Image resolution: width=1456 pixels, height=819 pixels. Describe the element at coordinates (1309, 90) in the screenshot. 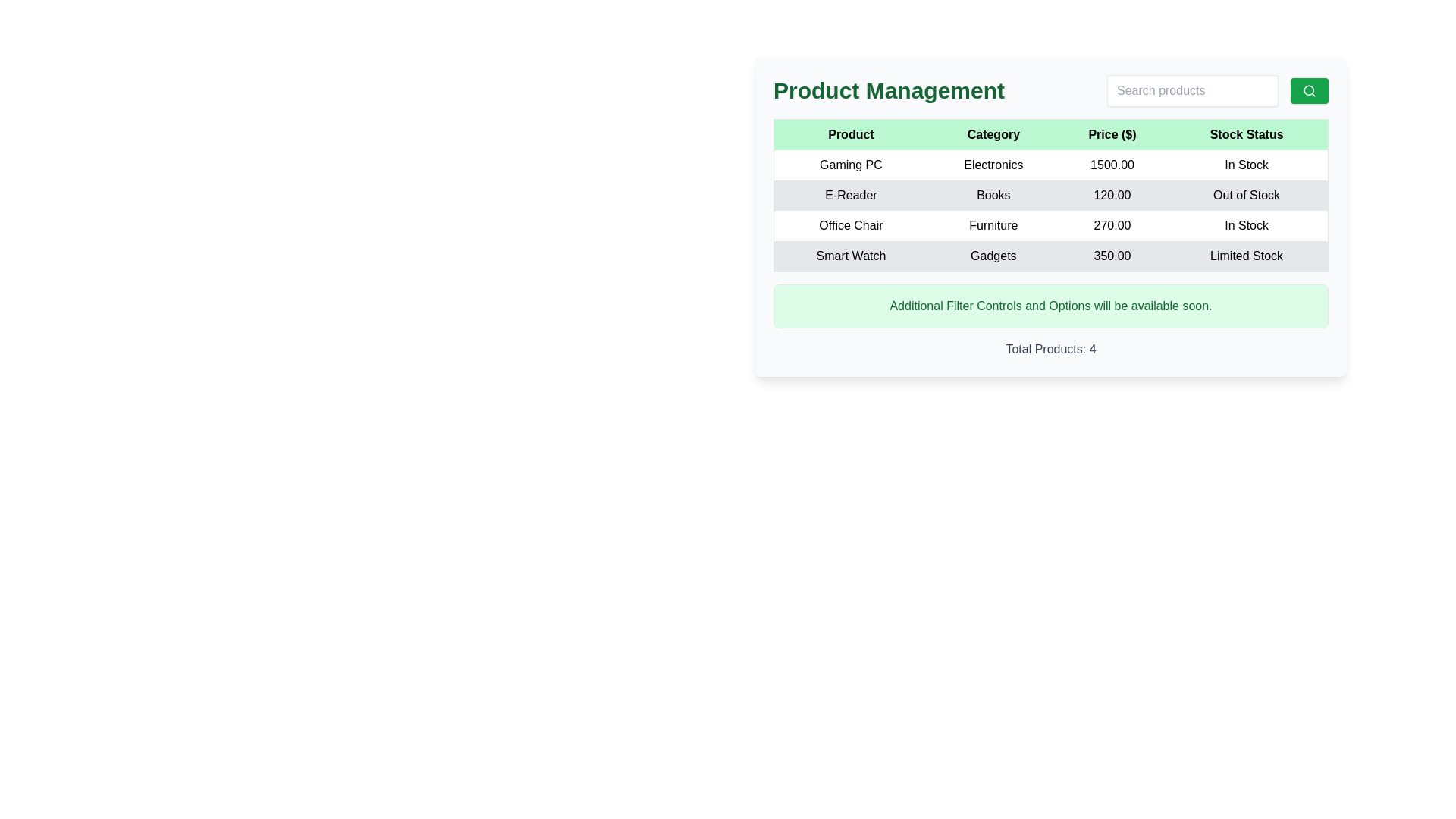

I see `the magnifying glass icon with a green background, located inside a green button to the right of the search input field` at that location.